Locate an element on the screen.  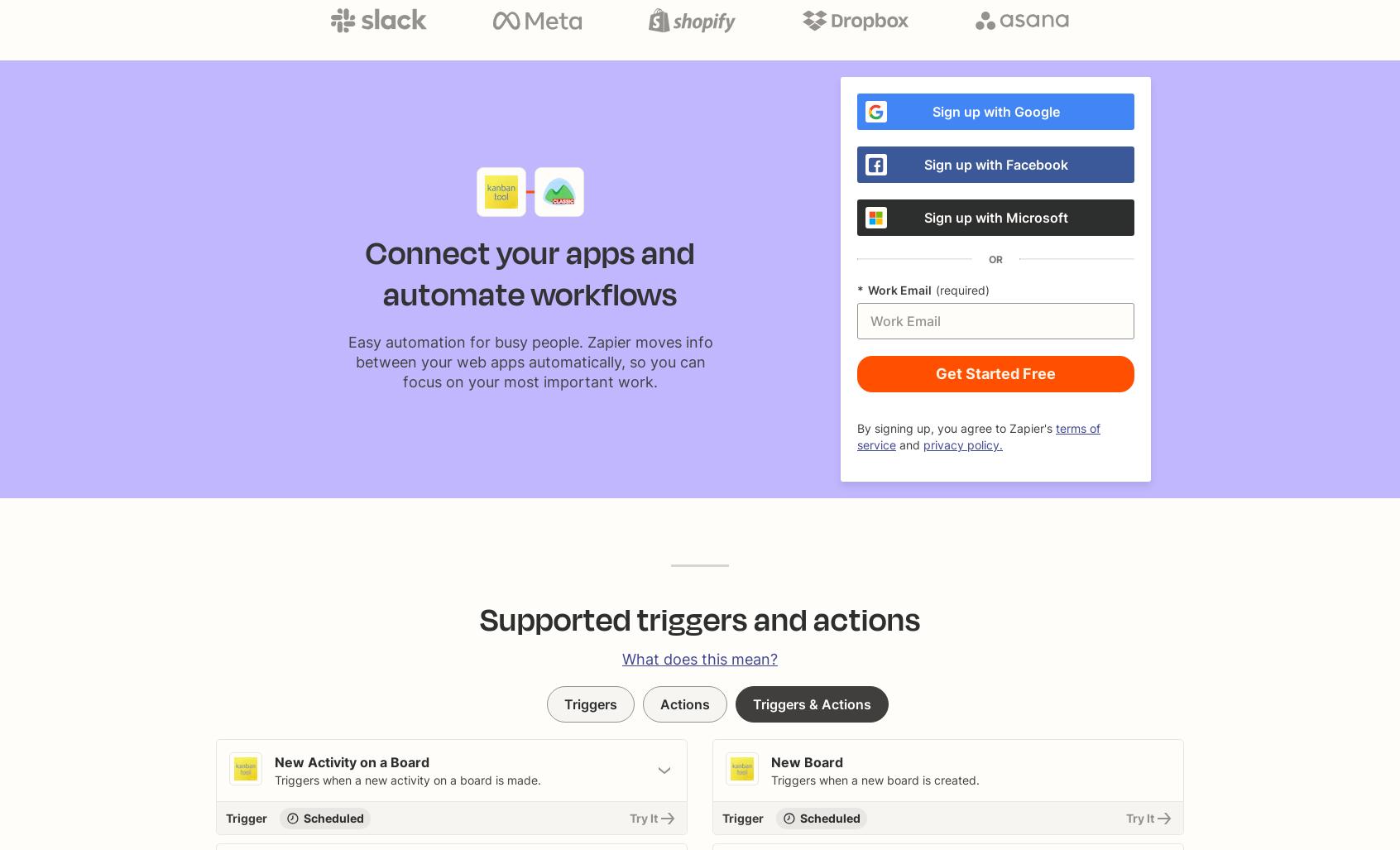
'Required' is located at coordinates (939, 290).